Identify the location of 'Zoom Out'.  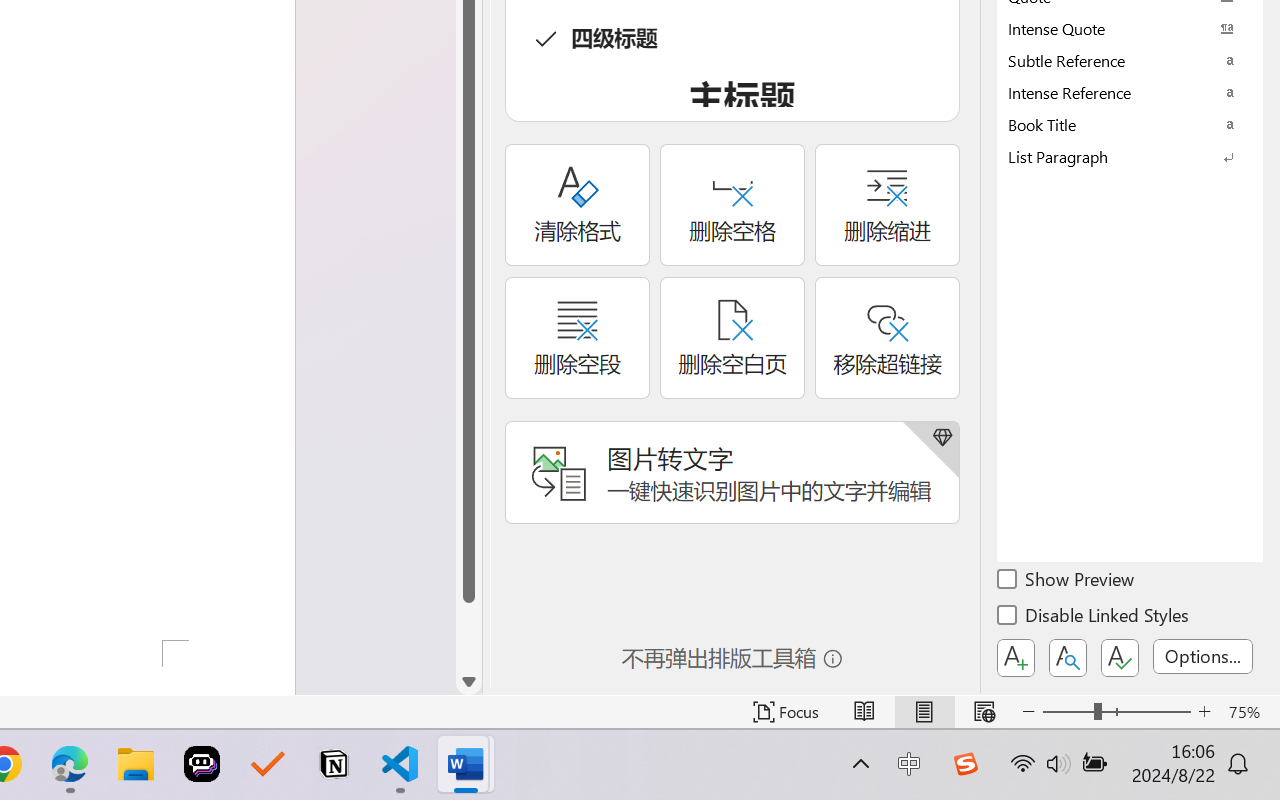
(1067, 711).